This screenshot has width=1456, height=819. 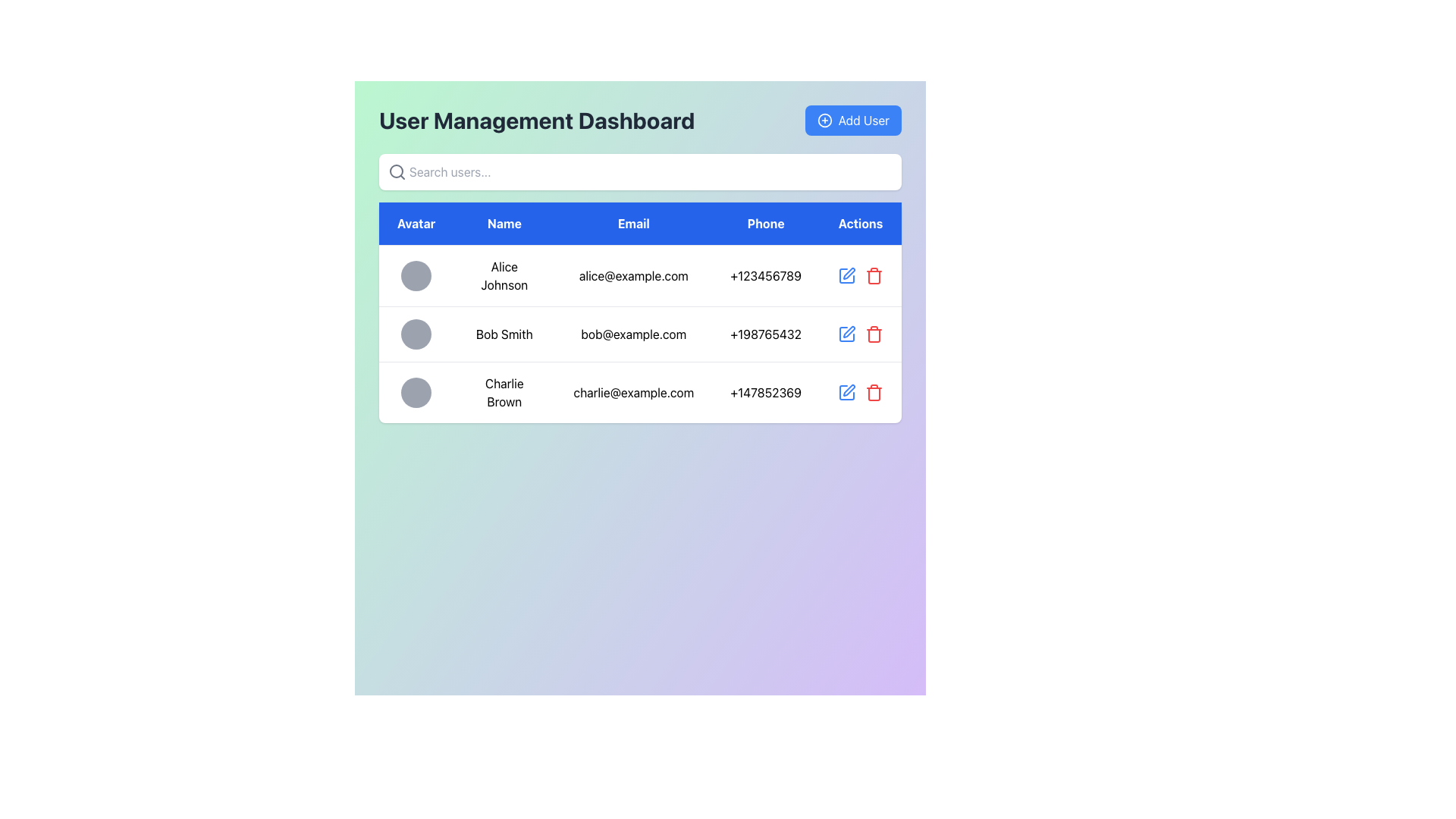 I want to click on the static text field displaying the phone number for user 'Charlie Brown', located in the 'Phone' column of the user details table, so click(x=766, y=391).